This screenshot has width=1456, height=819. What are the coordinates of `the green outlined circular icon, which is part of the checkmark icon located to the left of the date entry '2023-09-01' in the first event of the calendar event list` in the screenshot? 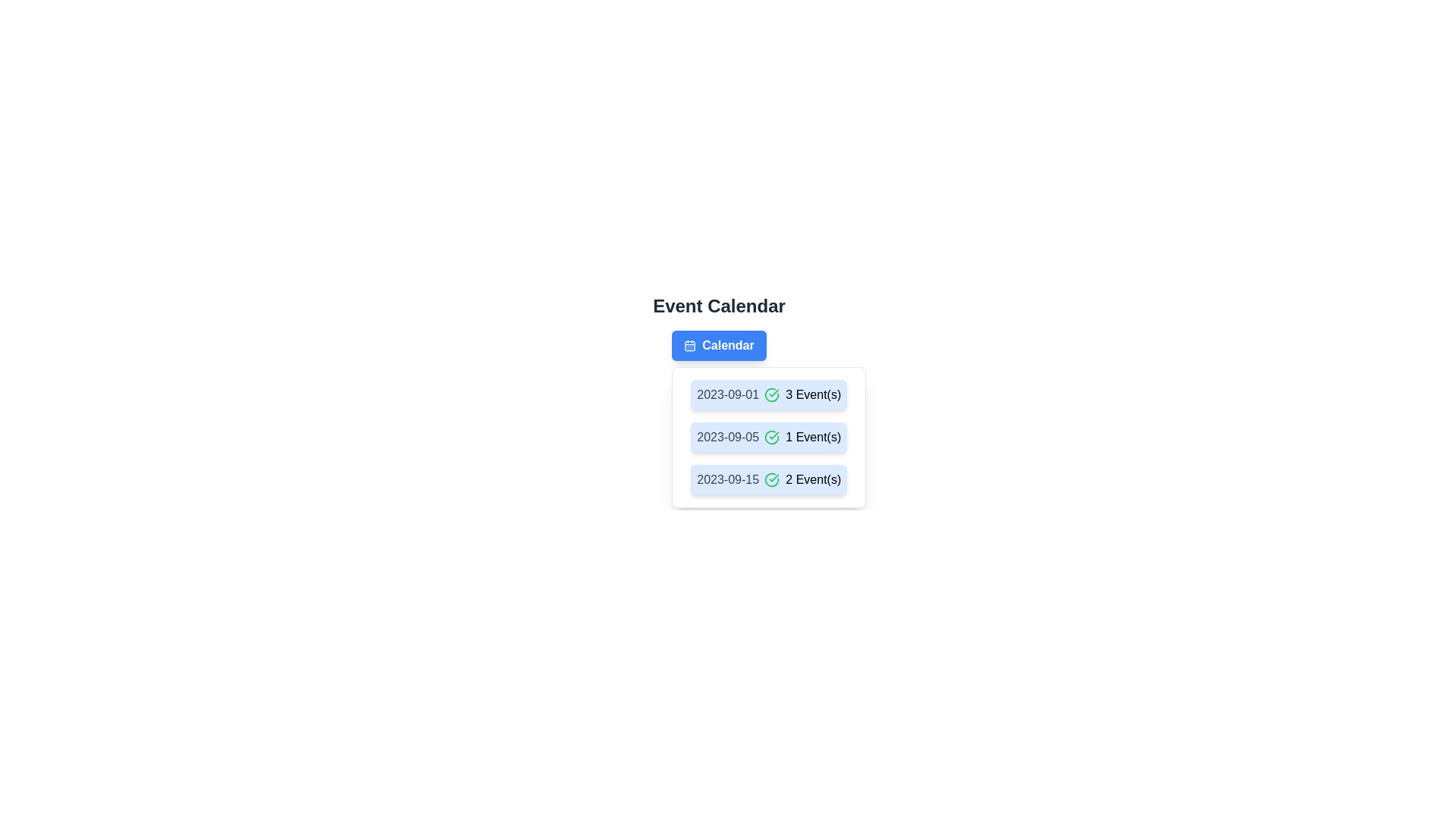 It's located at (772, 394).